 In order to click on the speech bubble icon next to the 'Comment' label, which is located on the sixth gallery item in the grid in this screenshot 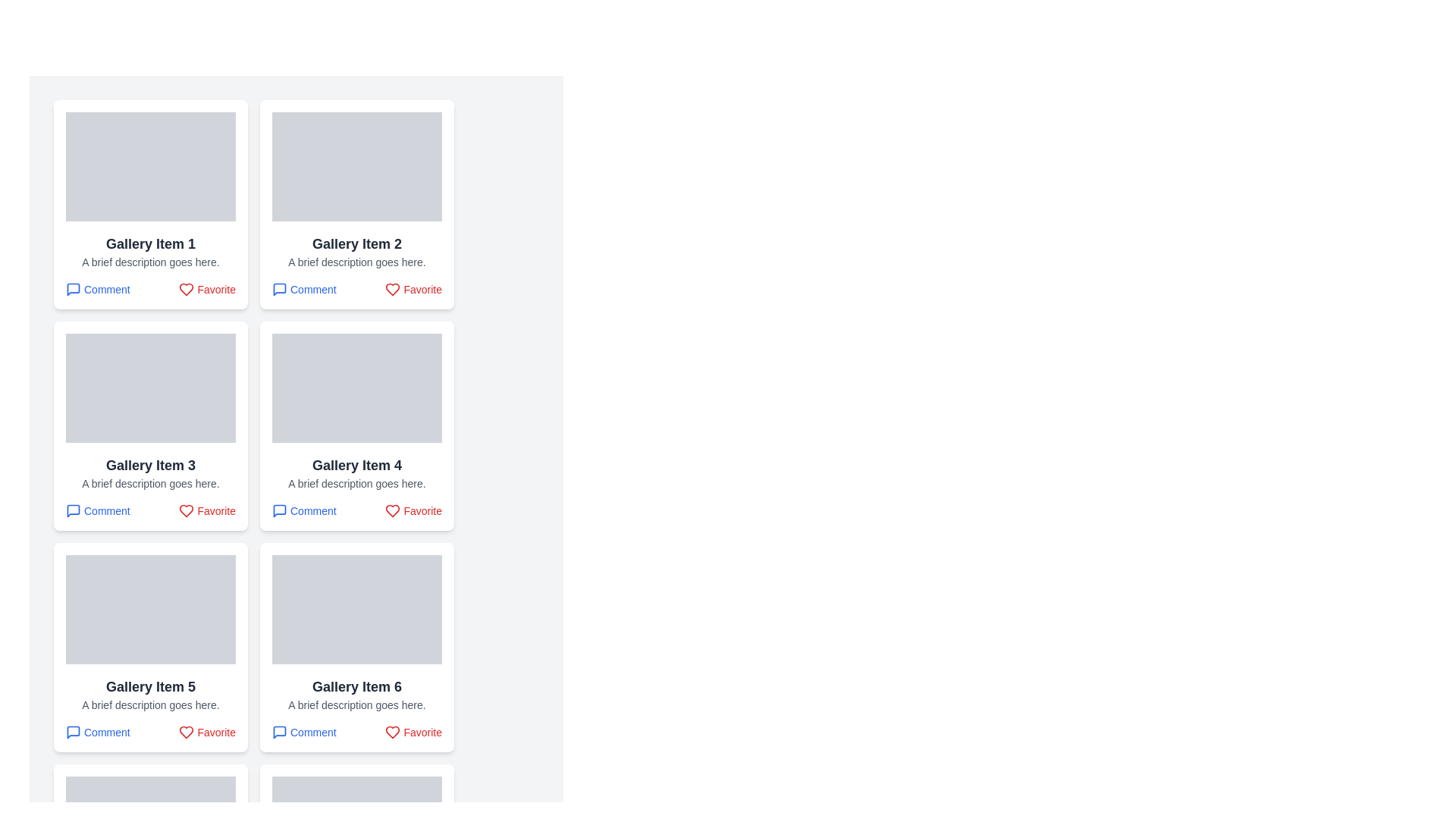, I will do `click(280, 731)`.